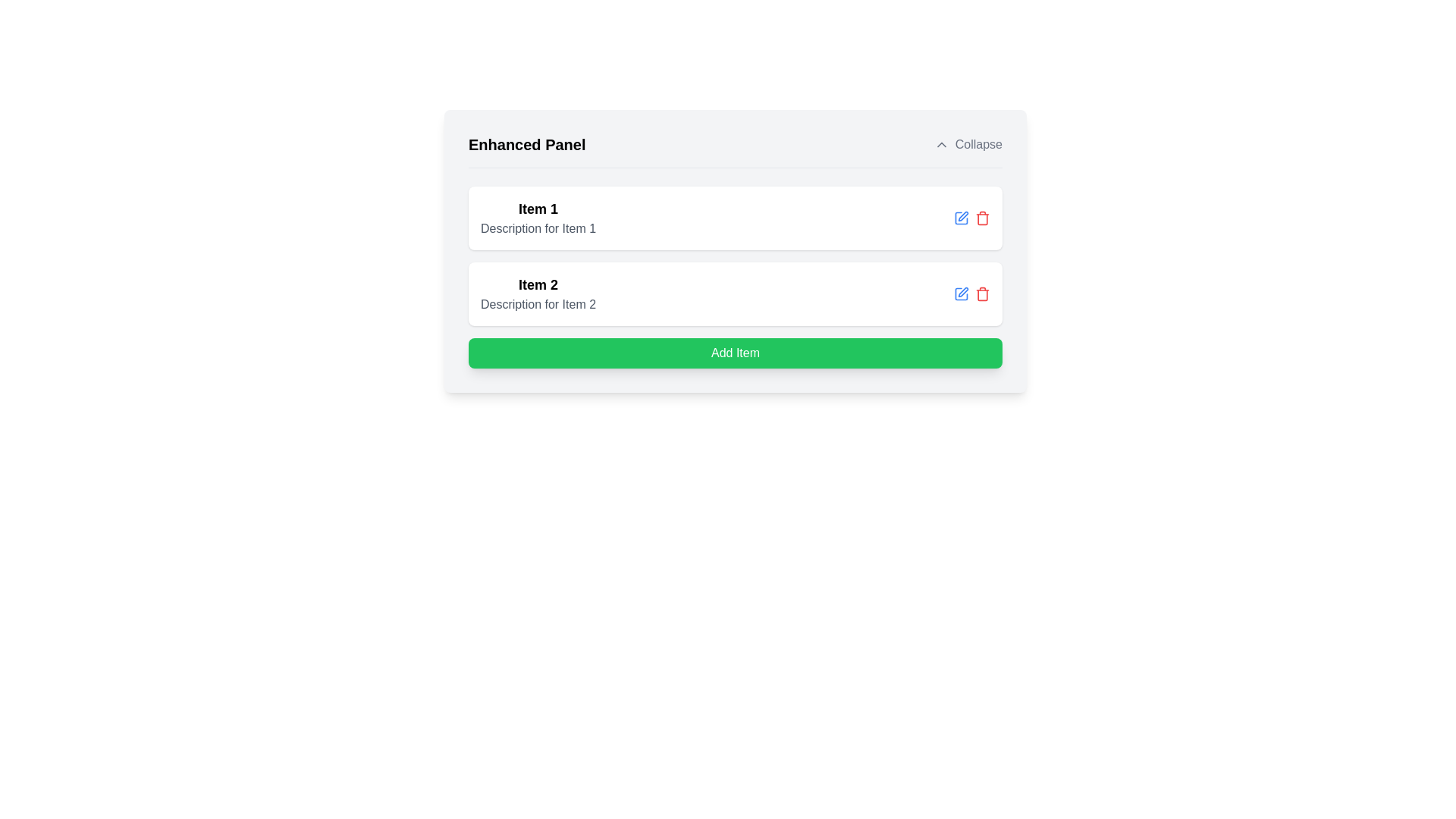  What do you see at coordinates (538, 218) in the screenshot?
I see `the List item containing the title 'Item 1' and description 'Description for Item 1', which is the first element in the vertical list below the header 'Enhanced Panel'` at bounding box center [538, 218].